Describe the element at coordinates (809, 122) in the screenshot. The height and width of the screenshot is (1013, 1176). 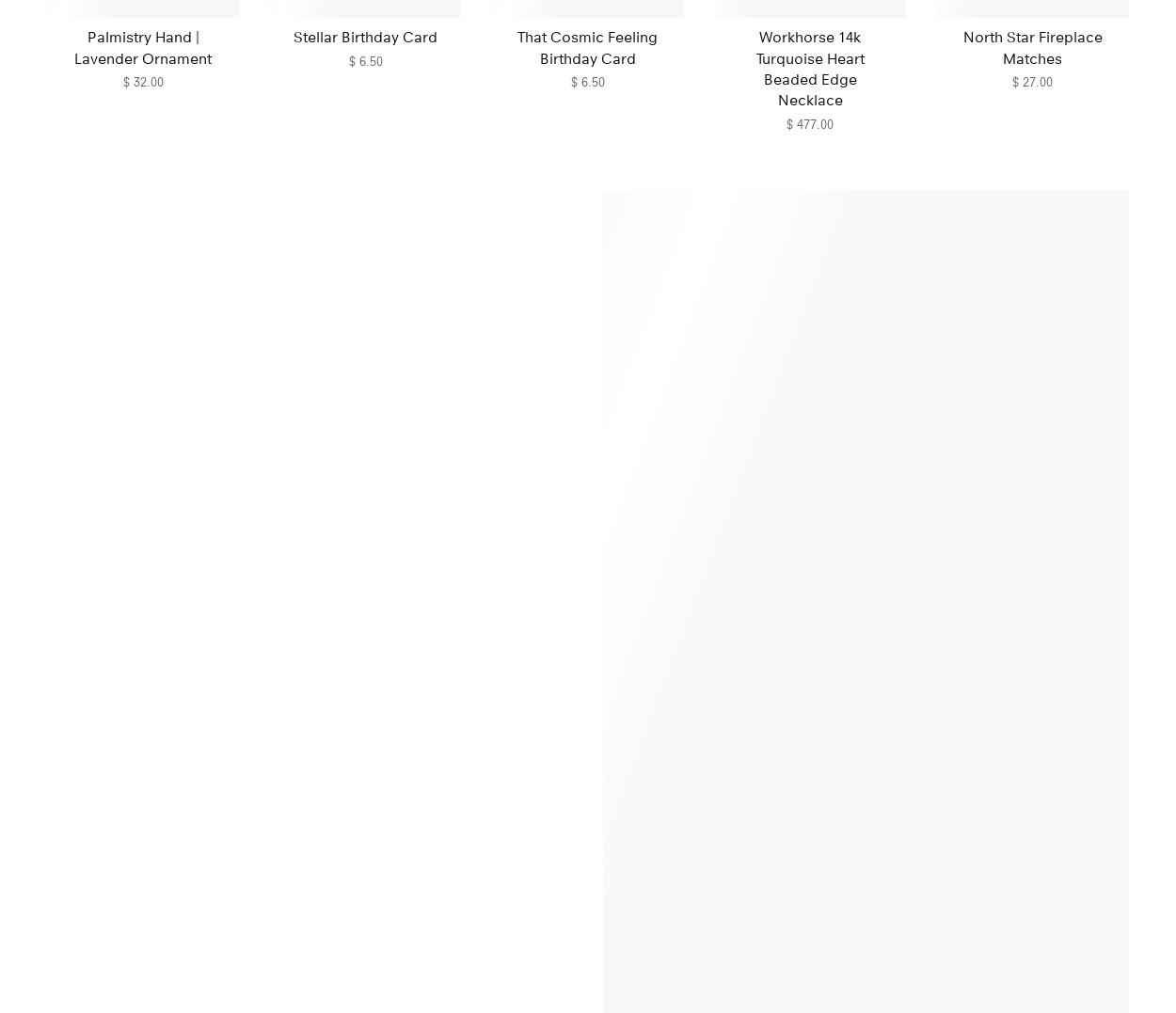
I see `'$ 477.00'` at that location.